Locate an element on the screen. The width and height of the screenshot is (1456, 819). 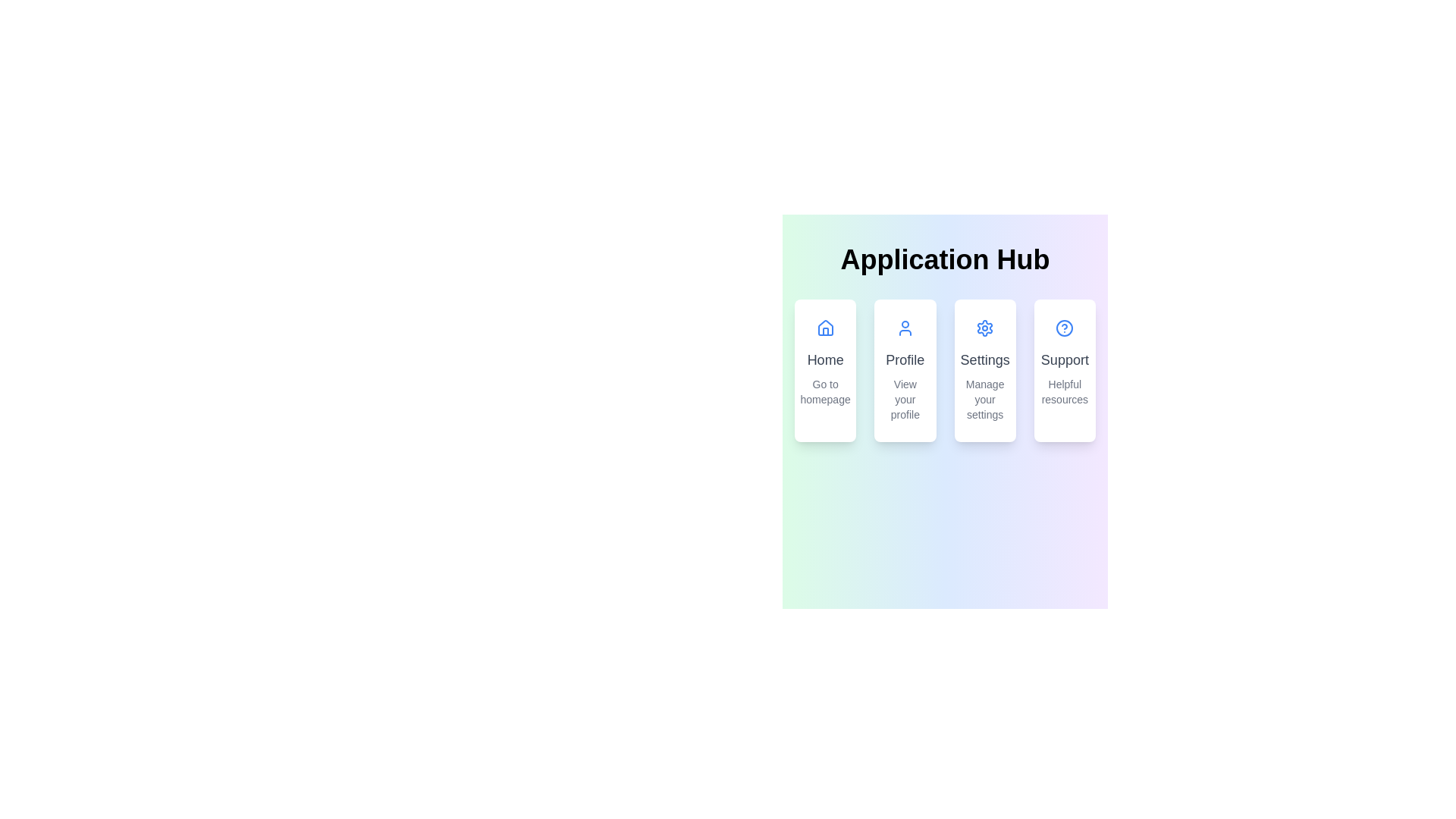
the 'Support' header text element which is part of the fourth card in a horizontal row, styled with a medium-sized bold dark gray font is located at coordinates (1064, 359).